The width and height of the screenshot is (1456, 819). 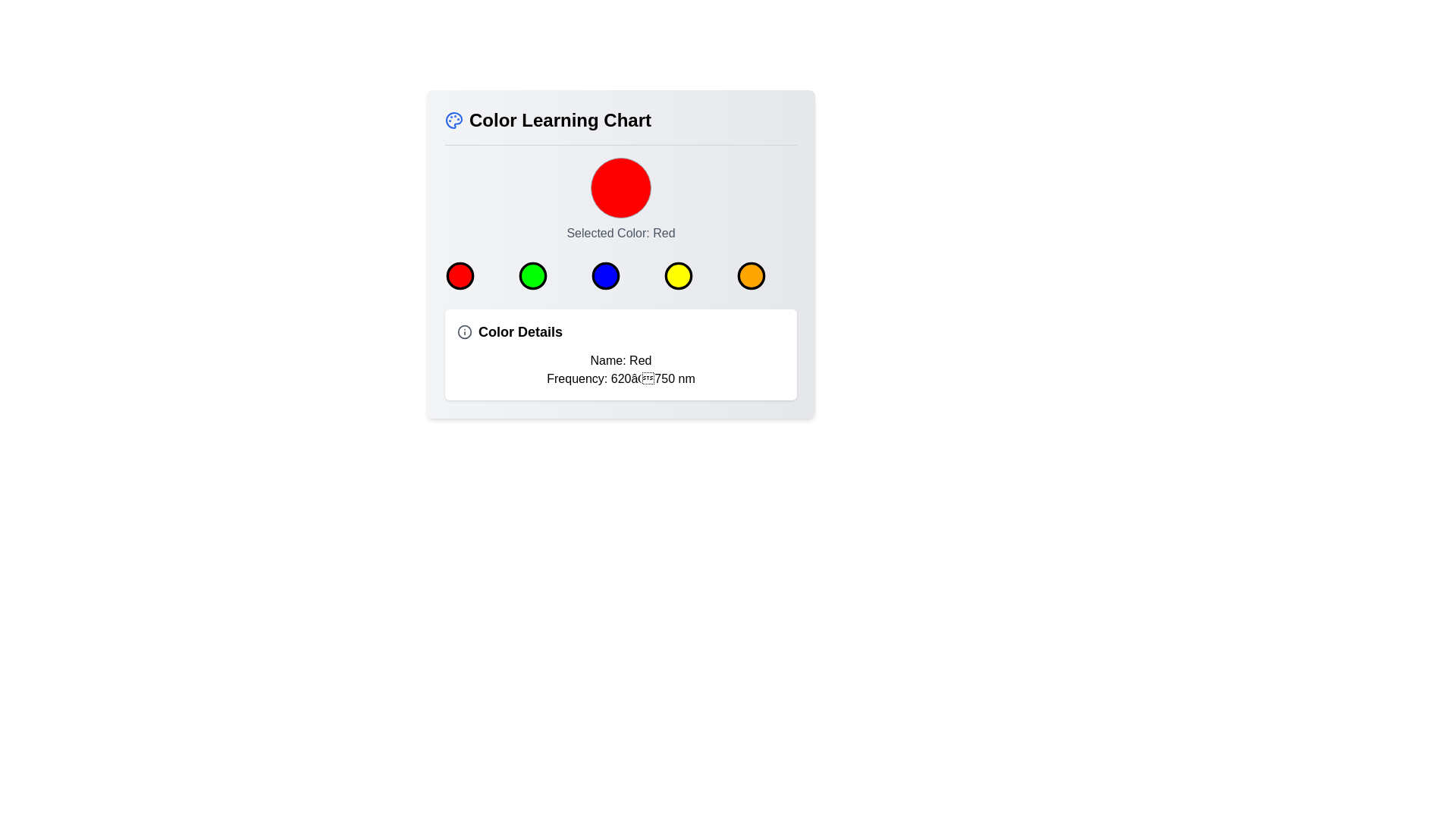 What do you see at coordinates (464, 331) in the screenshot?
I see `the SVG Circle that is part of the informational icon near the title 'Color Learning Chart'` at bounding box center [464, 331].